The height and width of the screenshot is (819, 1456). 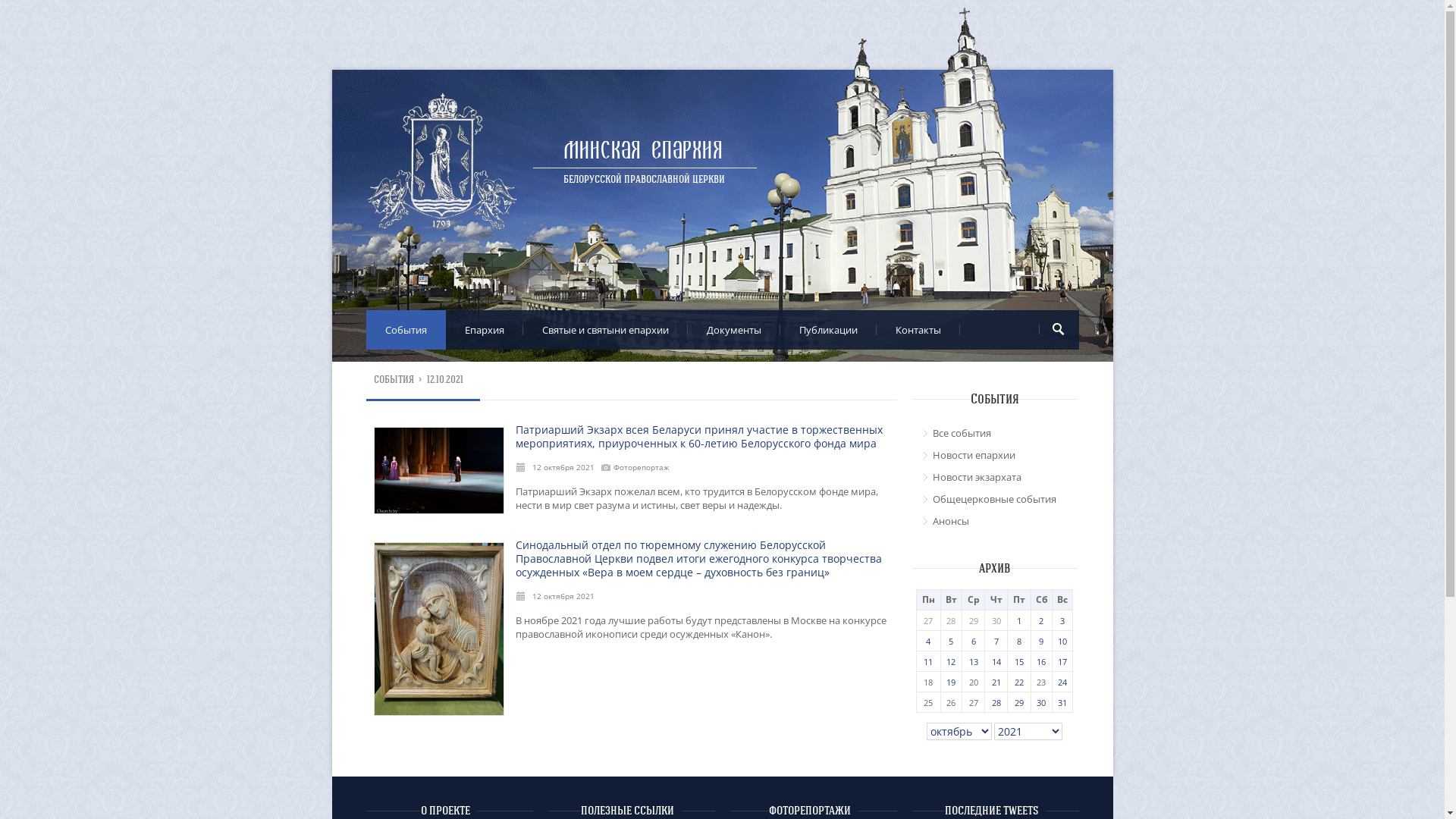 What do you see at coordinates (946, 681) in the screenshot?
I see `'19'` at bounding box center [946, 681].